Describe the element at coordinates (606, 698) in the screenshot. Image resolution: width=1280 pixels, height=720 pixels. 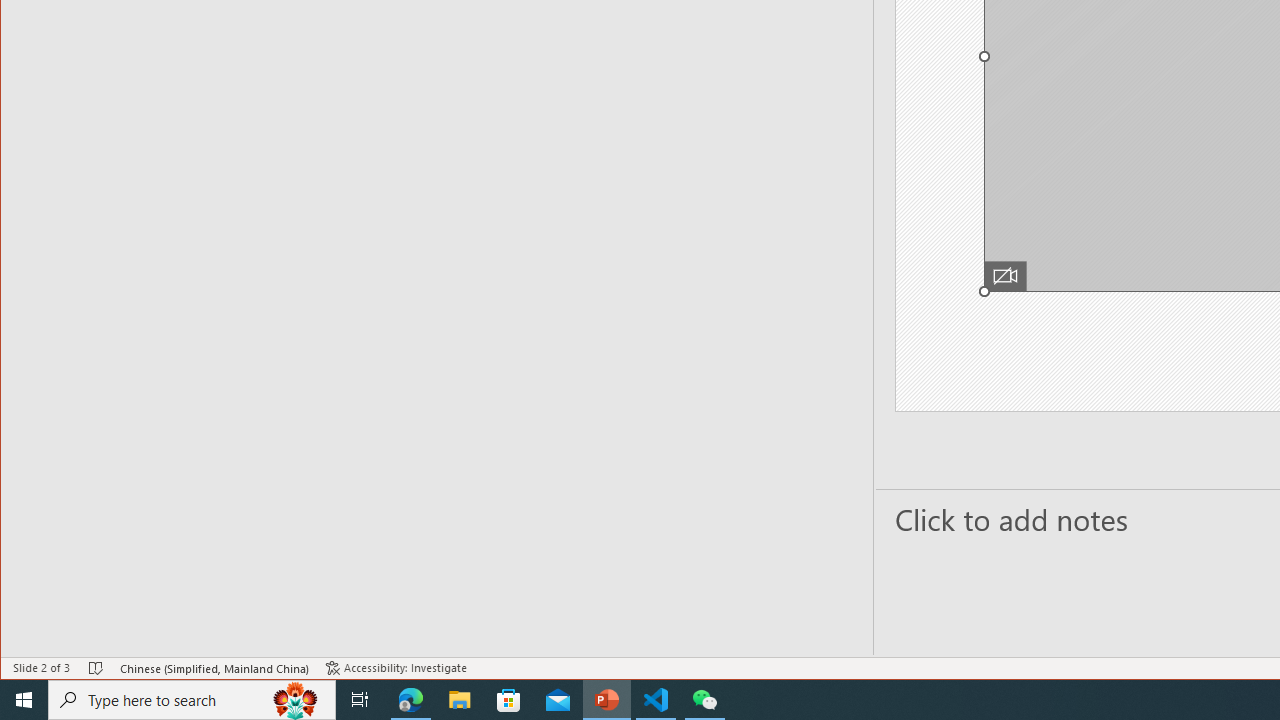
I see `'PowerPoint - 1 running window'` at that location.